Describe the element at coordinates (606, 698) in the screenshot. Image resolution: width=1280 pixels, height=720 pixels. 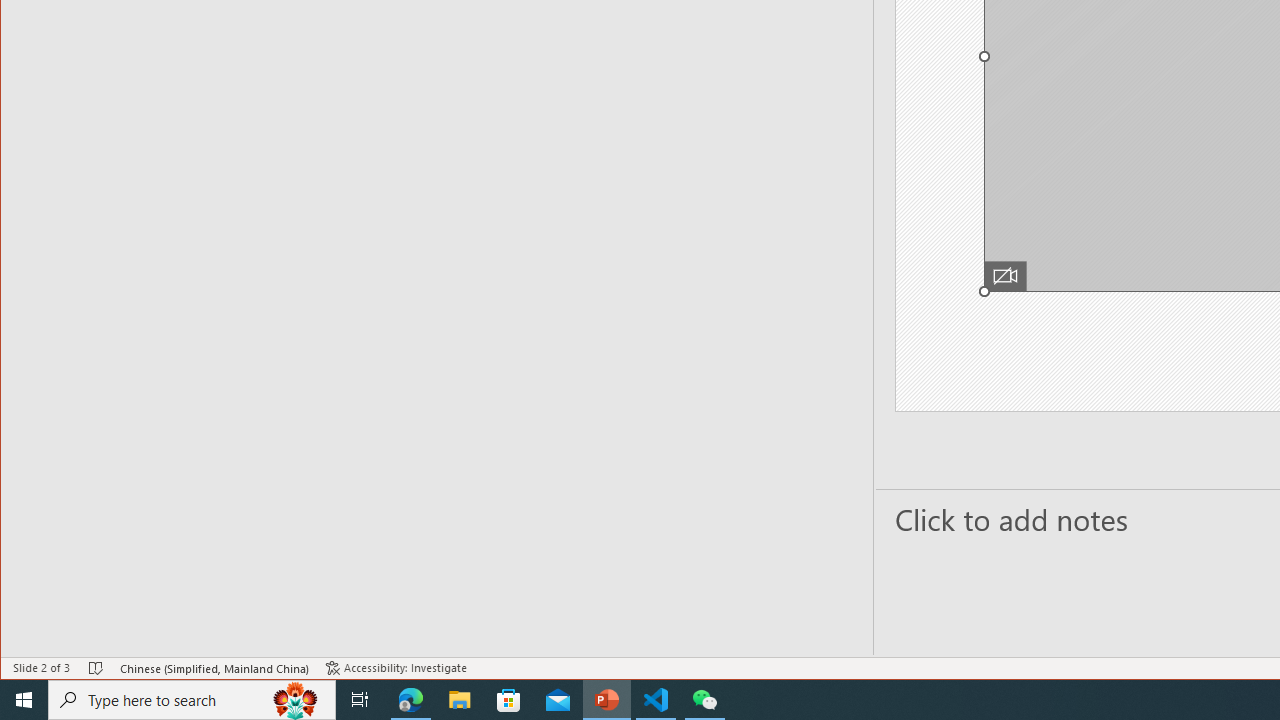
I see `'PowerPoint - 1 running window'` at that location.